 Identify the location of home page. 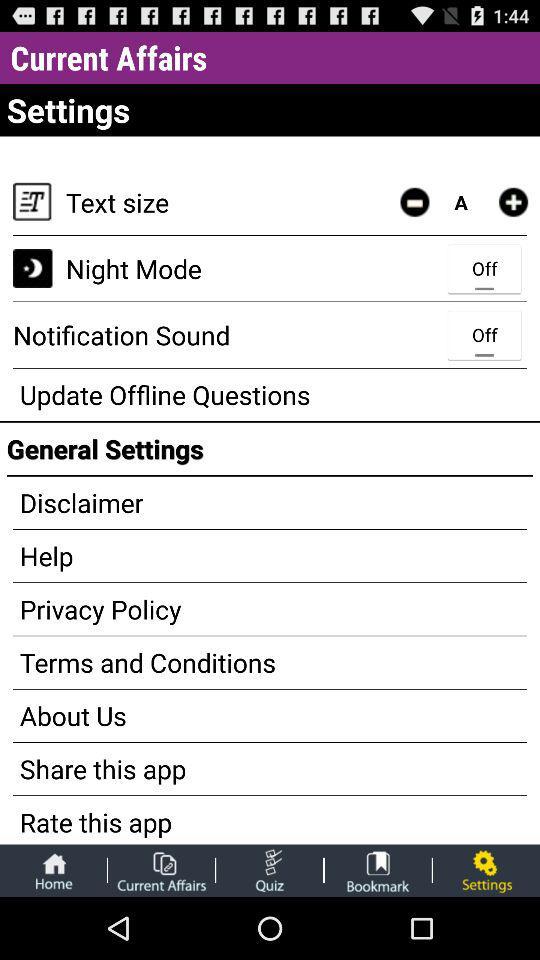
(53, 869).